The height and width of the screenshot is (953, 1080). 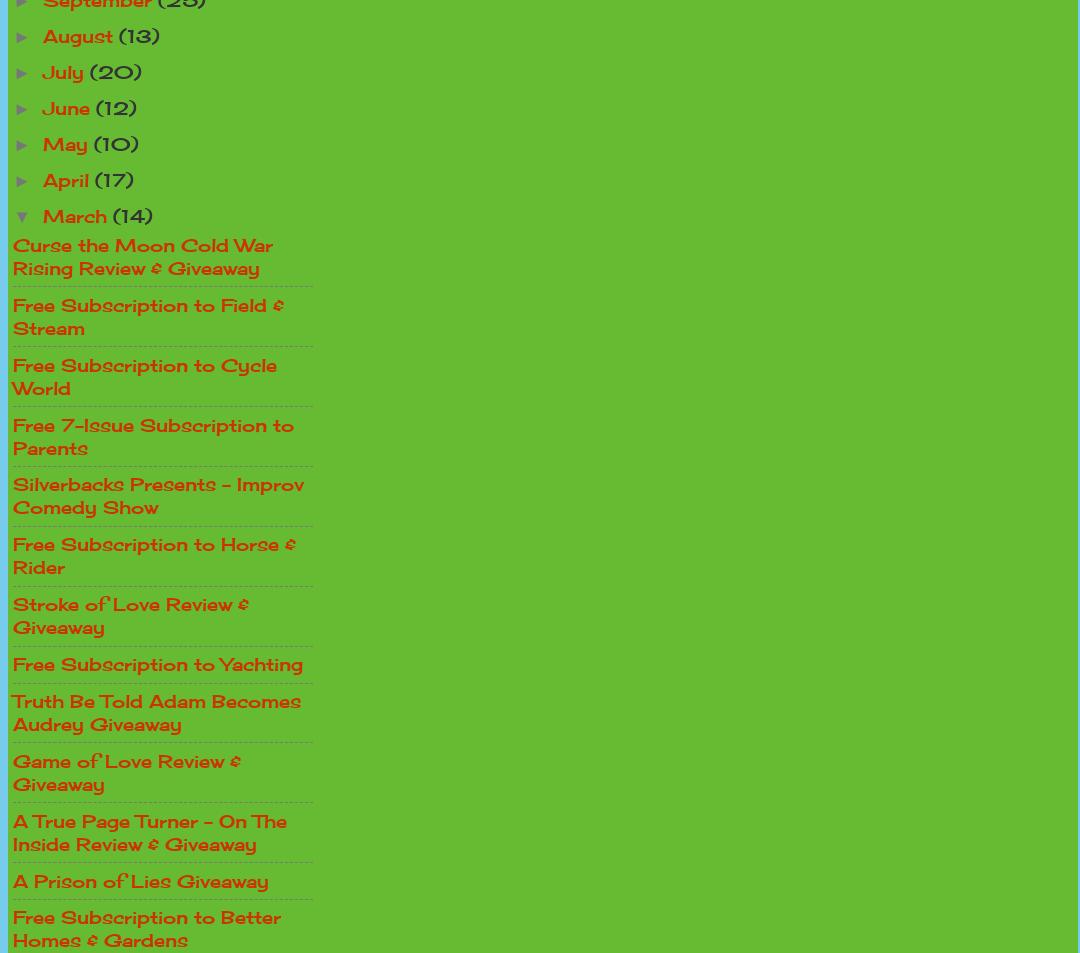 What do you see at coordinates (149, 831) in the screenshot?
I see `'A True Page Turner - On The Inside Review & Giveaway'` at bounding box center [149, 831].